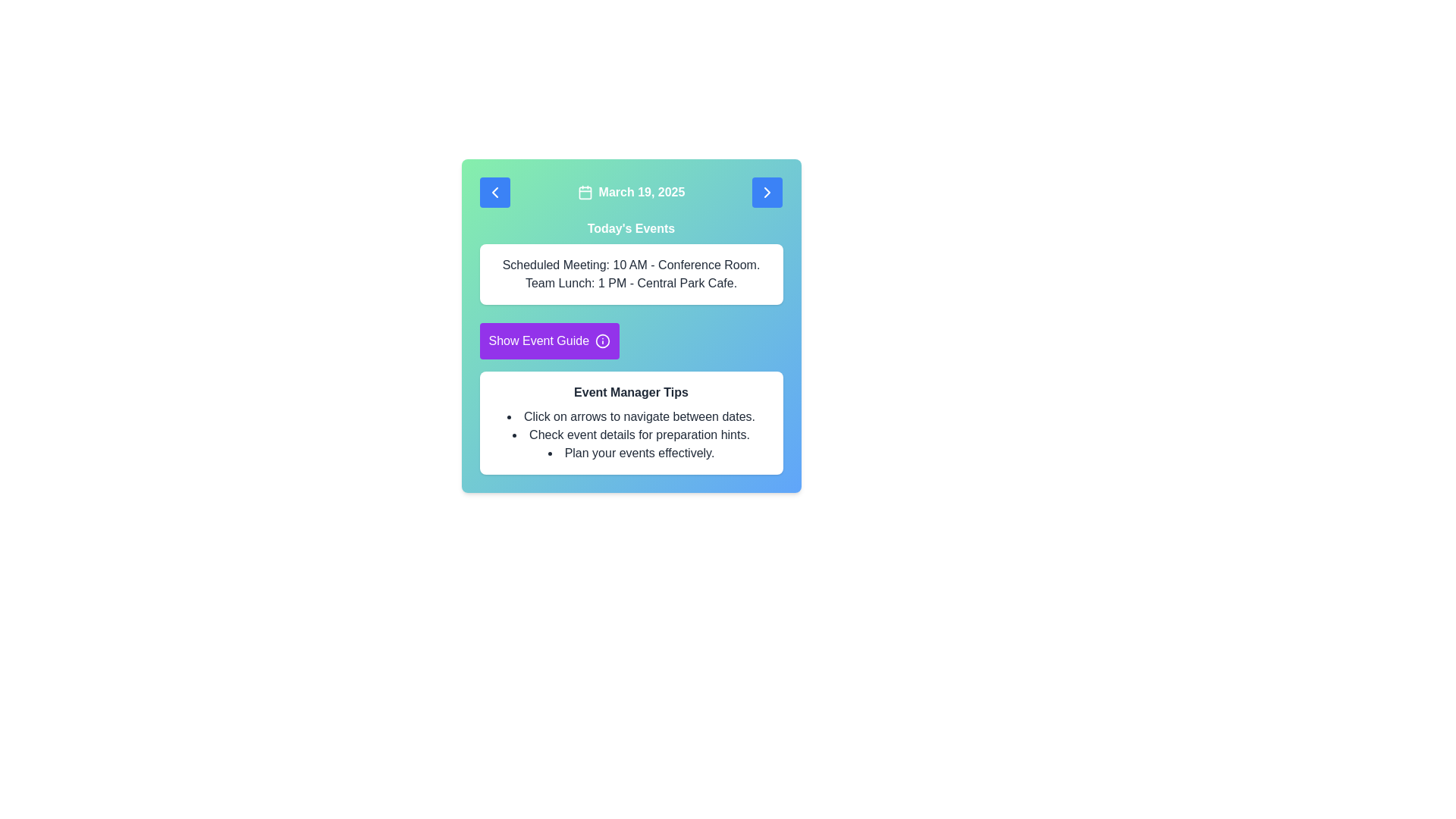 This screenshot has width=1456, height=819. What do you see at coordinates (631, 435) in the screenshot?
I see `the second list item in the 'Event Manager Tips' section, which is a text label with a bullet point` at bounding box center [631, 435].